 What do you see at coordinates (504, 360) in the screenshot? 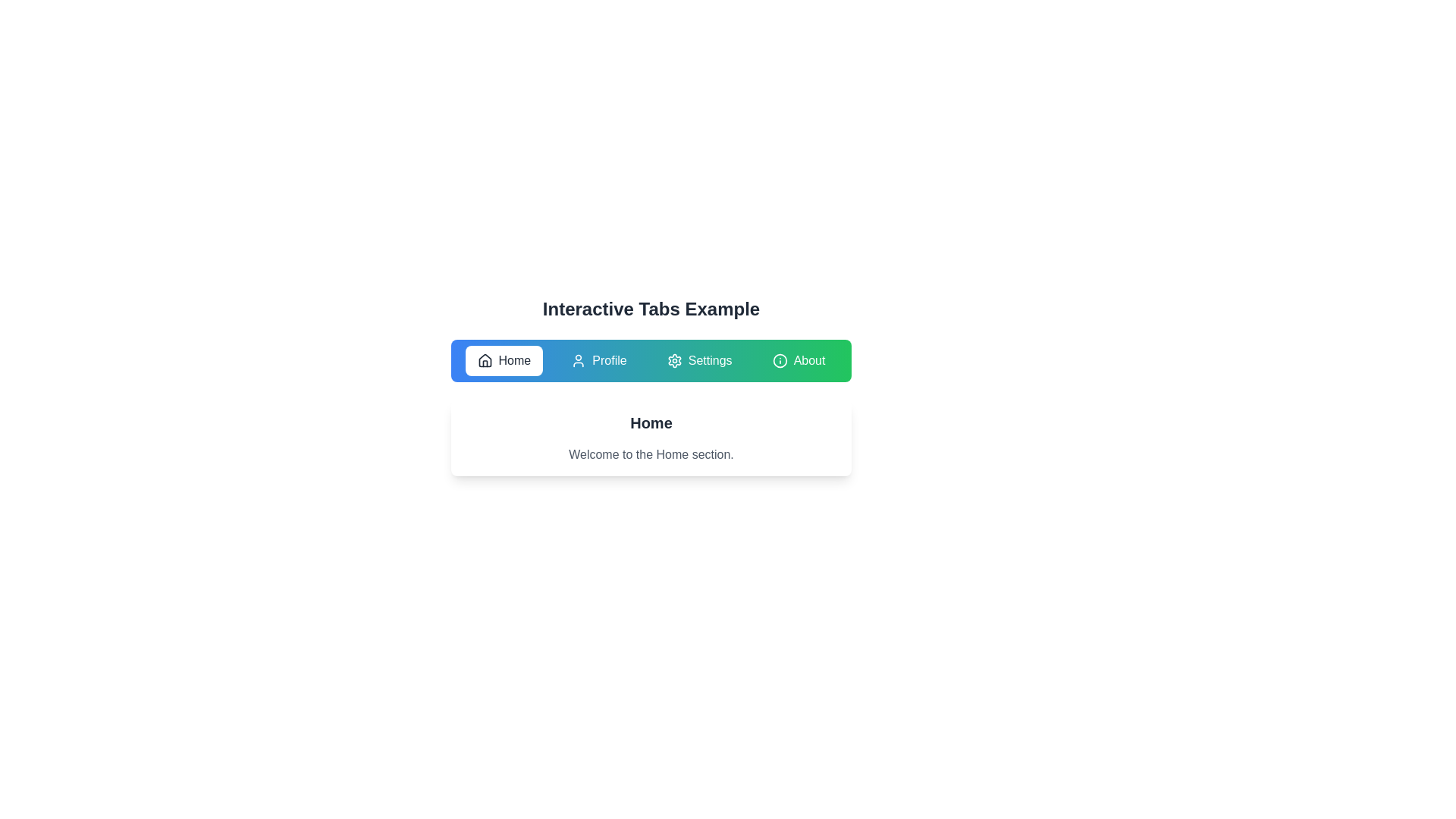
I see `the tab labeled Home to observe its hover effect` at bounding box center [504, 360].